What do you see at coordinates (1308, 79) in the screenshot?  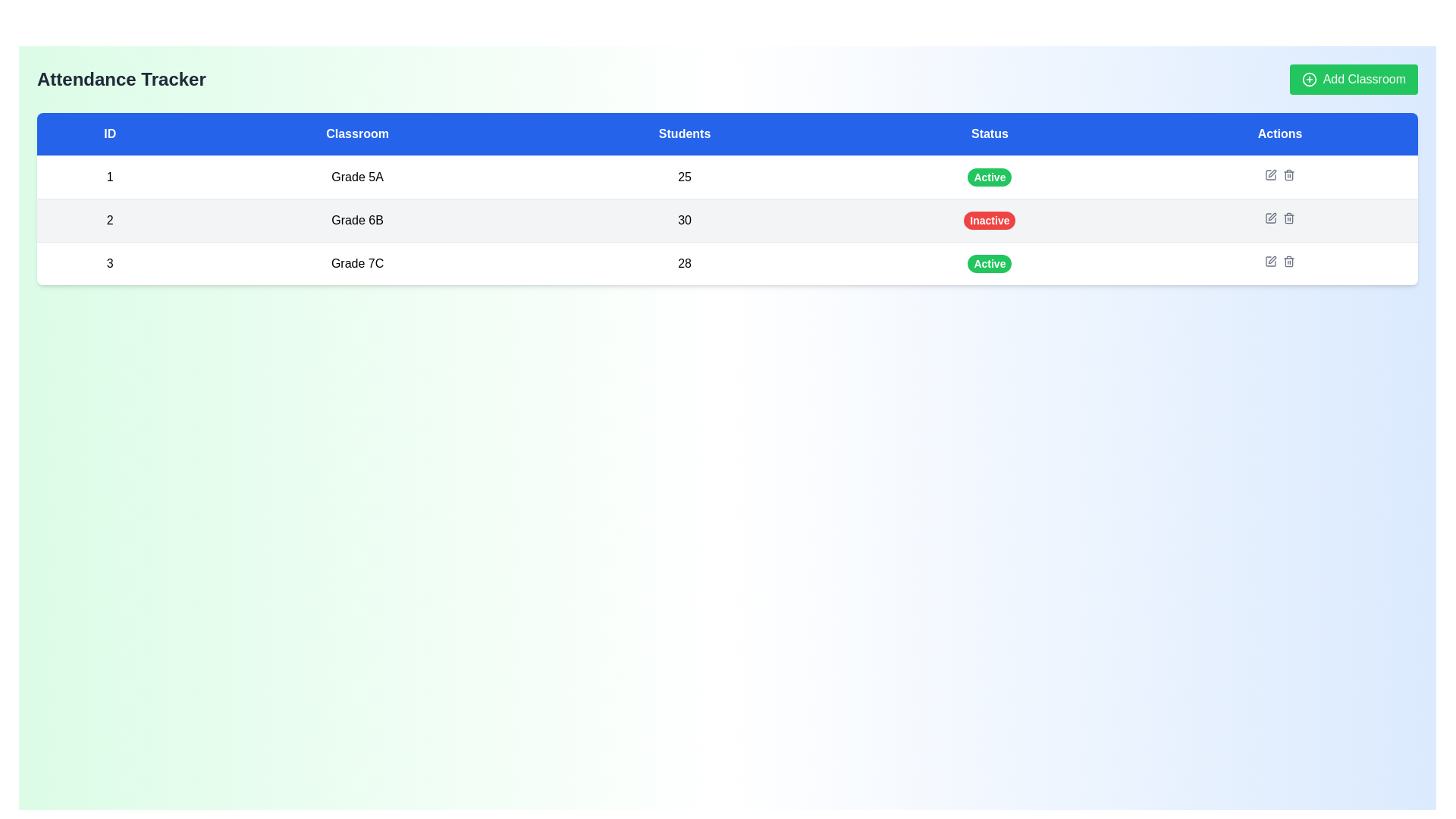 I see `the circular icon located at the center of the 'Add Classroom' button` at bounding box center [1308, 79].